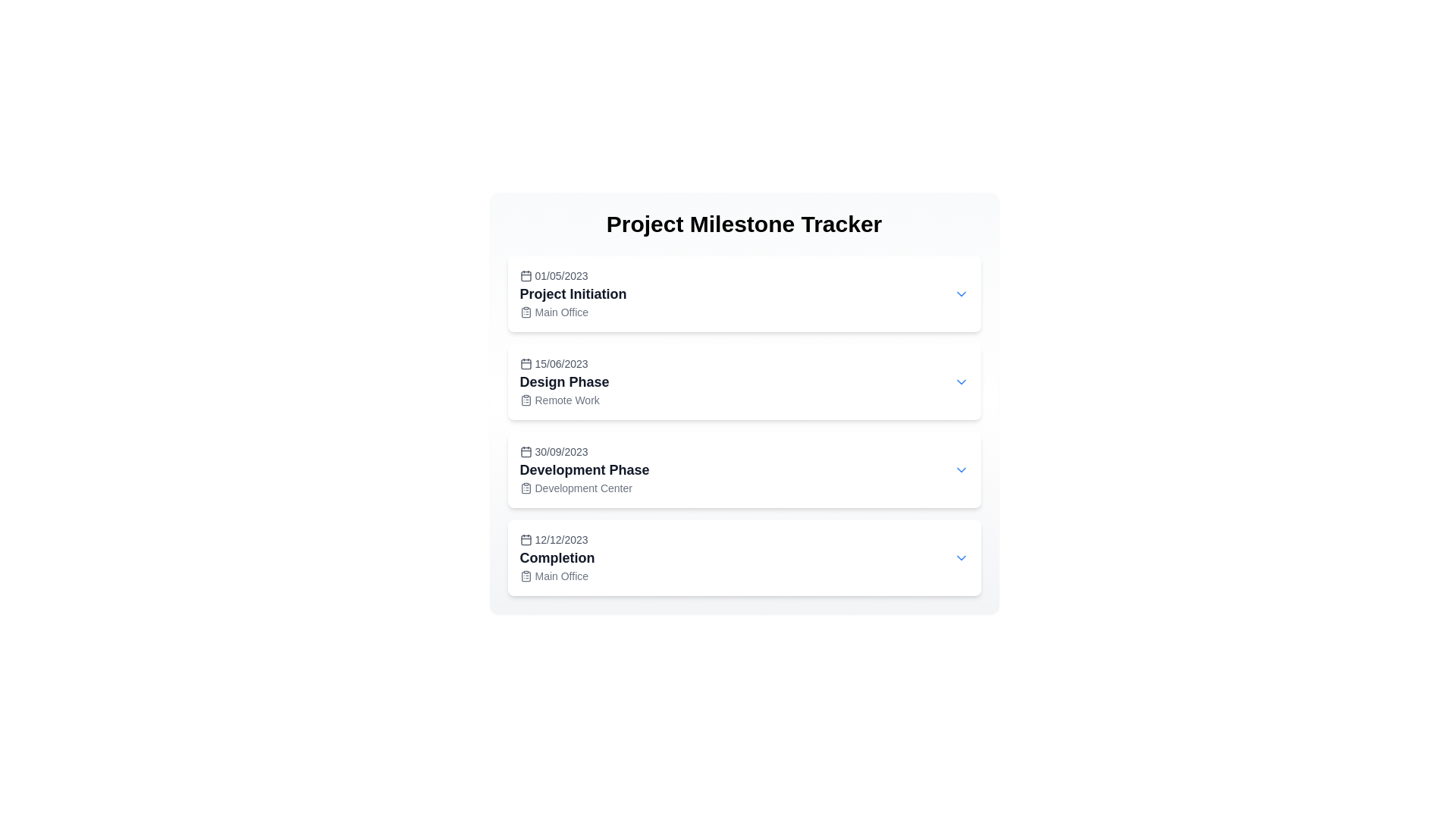 This screenshot has width=1456, height=819. Describe the element at coordinates (573, 312) in the screenshot. I see `the 'Main Office' text label, which is styled in a small, gray font and accompanied by a clipboard icon, located beneath the 'Project Initiation' title in the milestone tracker component` at that location.